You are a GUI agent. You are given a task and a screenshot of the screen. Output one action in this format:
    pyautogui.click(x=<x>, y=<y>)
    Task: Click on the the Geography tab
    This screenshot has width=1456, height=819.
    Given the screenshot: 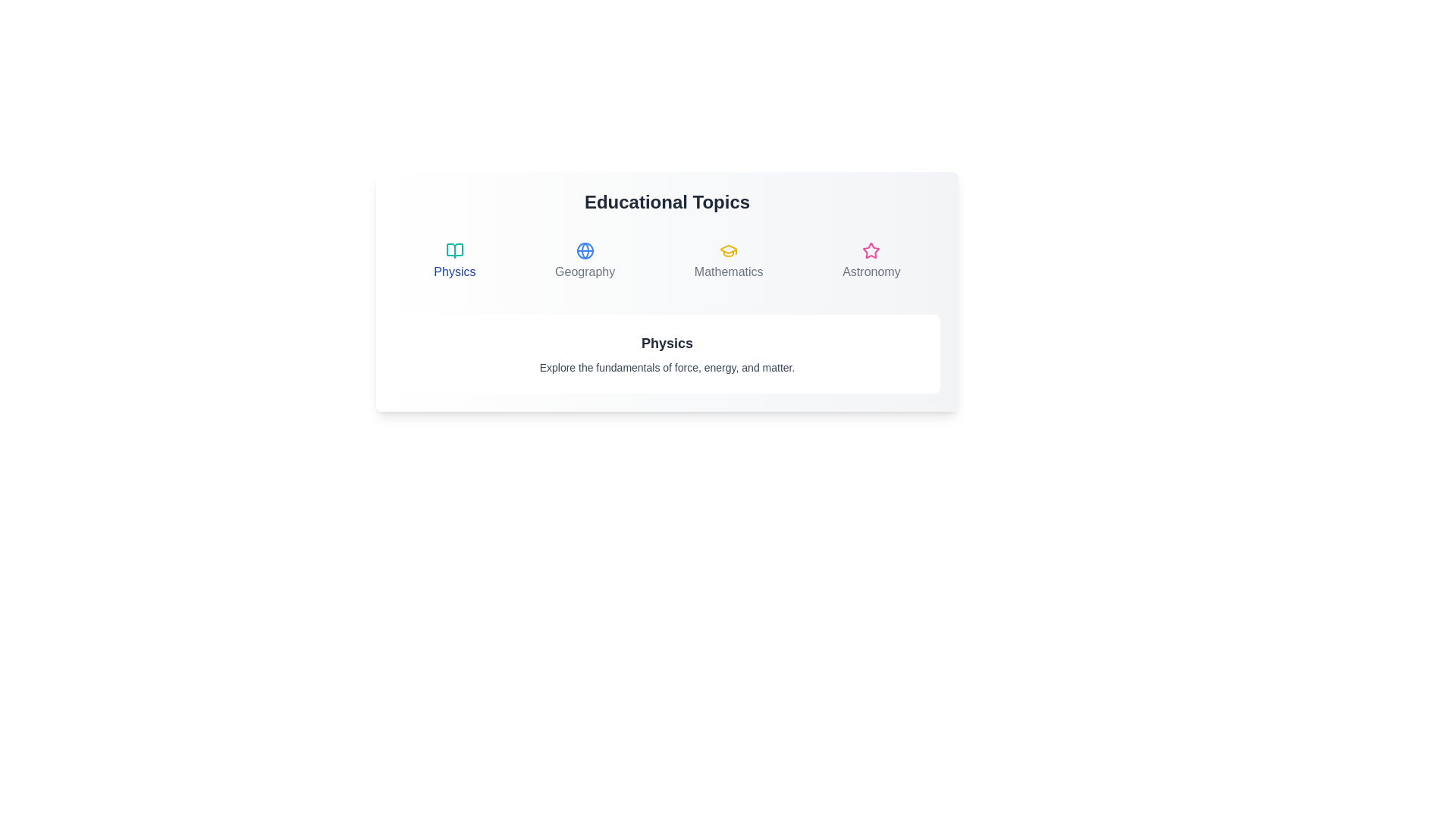 What is the action you would take?
    pyautogui.click(x=584, y=260)
    